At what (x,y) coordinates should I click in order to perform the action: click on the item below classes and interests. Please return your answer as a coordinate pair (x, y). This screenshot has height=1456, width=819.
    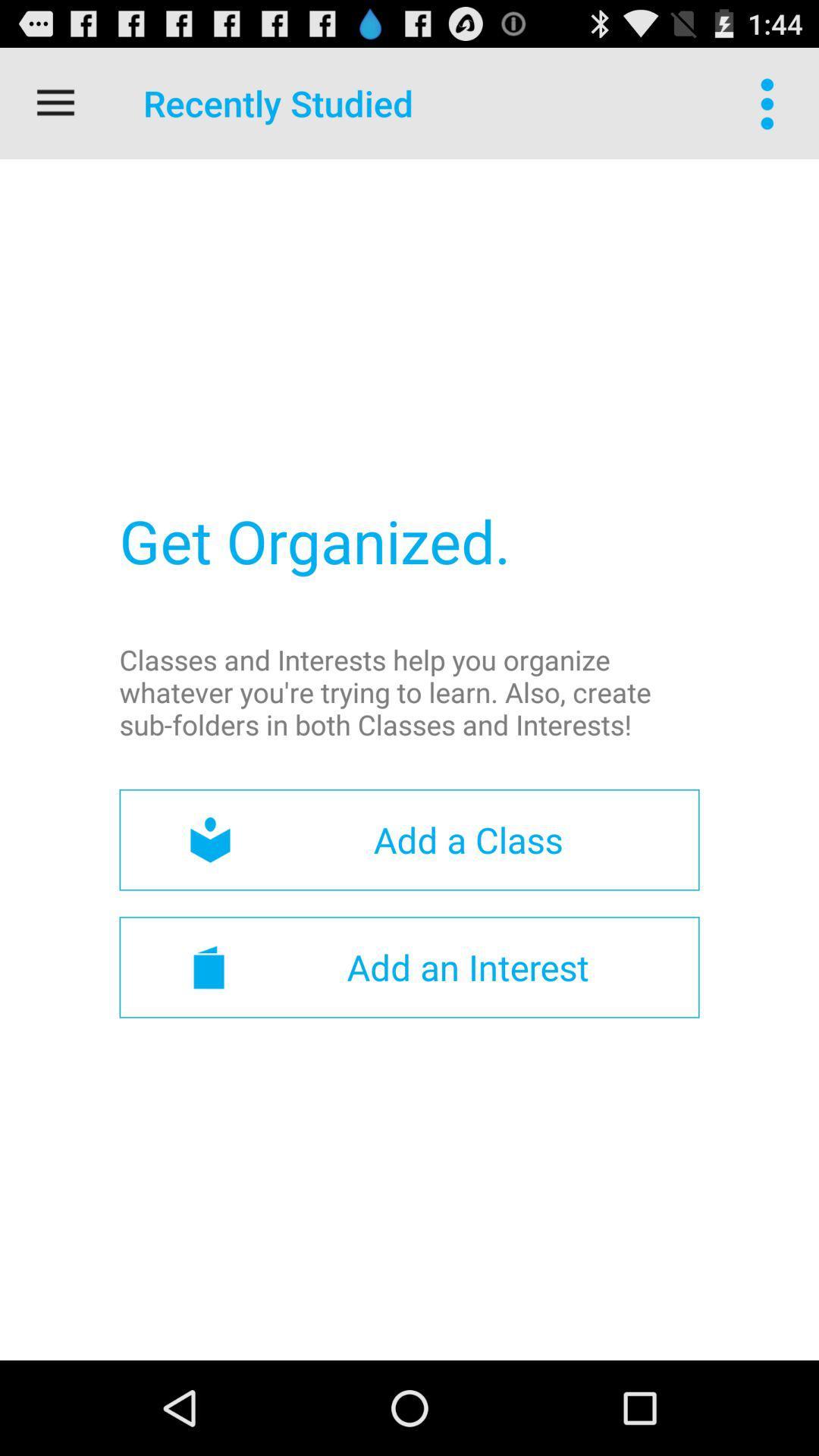
    Looking at the image, I should click on (409, 839).